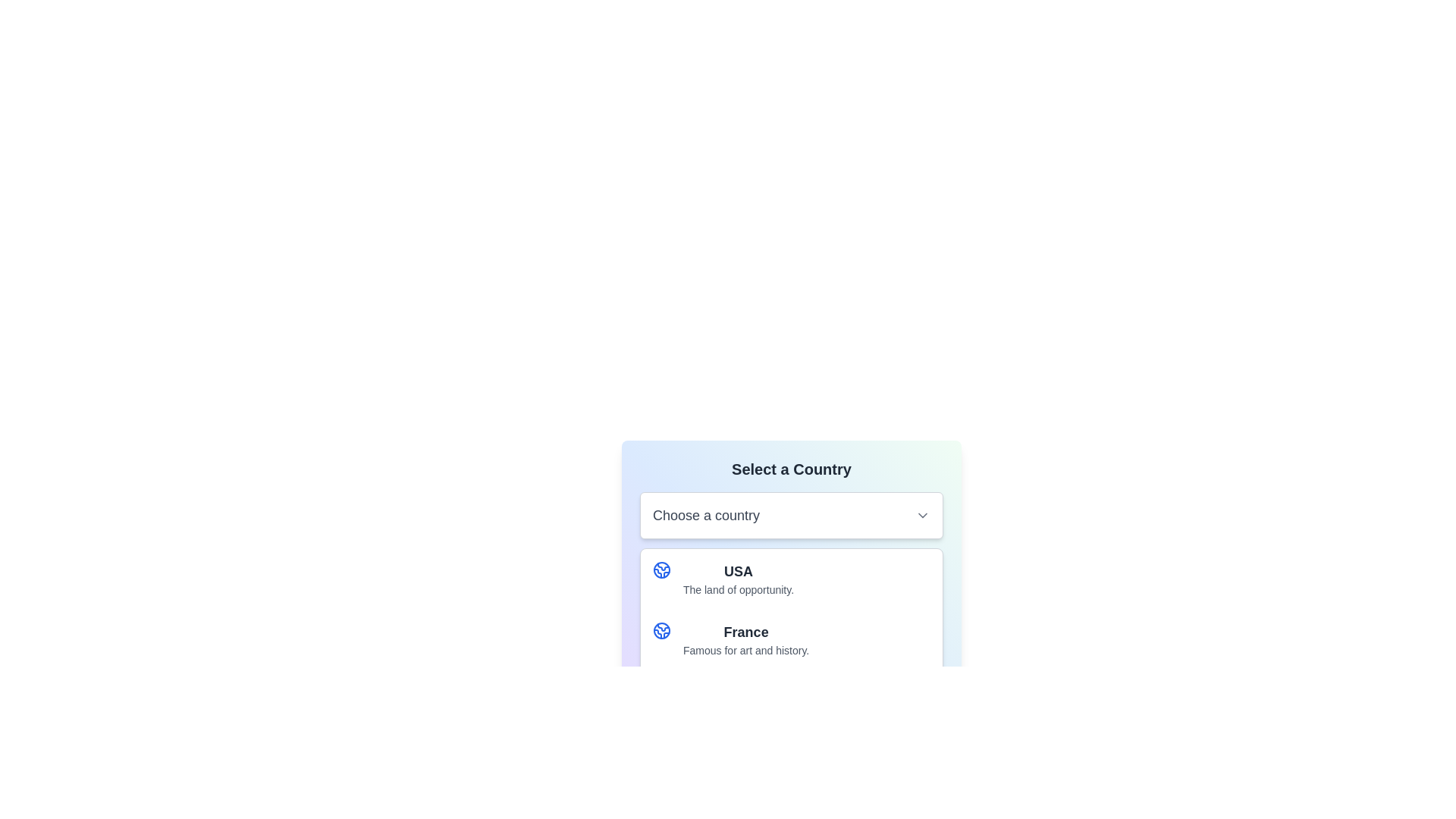 This screenshot has width=1456, height=819. Describe the element at coordinates (746, 649) in the screenshot. I see `the descriptive text label that provides additional information about the country 'France', positioned below the main text 'France'` at that location.